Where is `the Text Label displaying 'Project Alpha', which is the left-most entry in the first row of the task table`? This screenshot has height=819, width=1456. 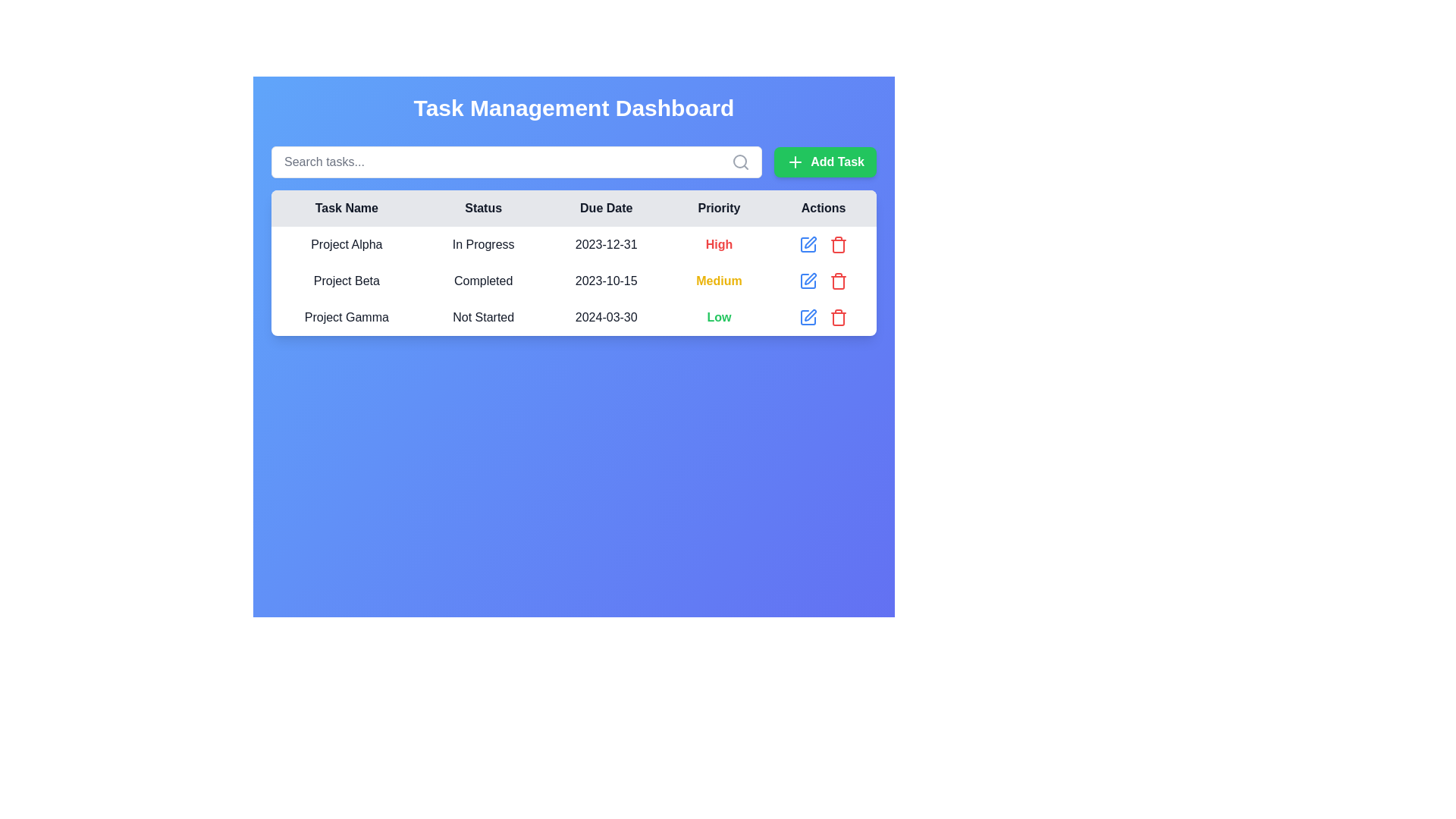 the Text Label displaying 'Project Alpha', which is the left-most entry in the first row of the task table is located at coordinates (346, 244).